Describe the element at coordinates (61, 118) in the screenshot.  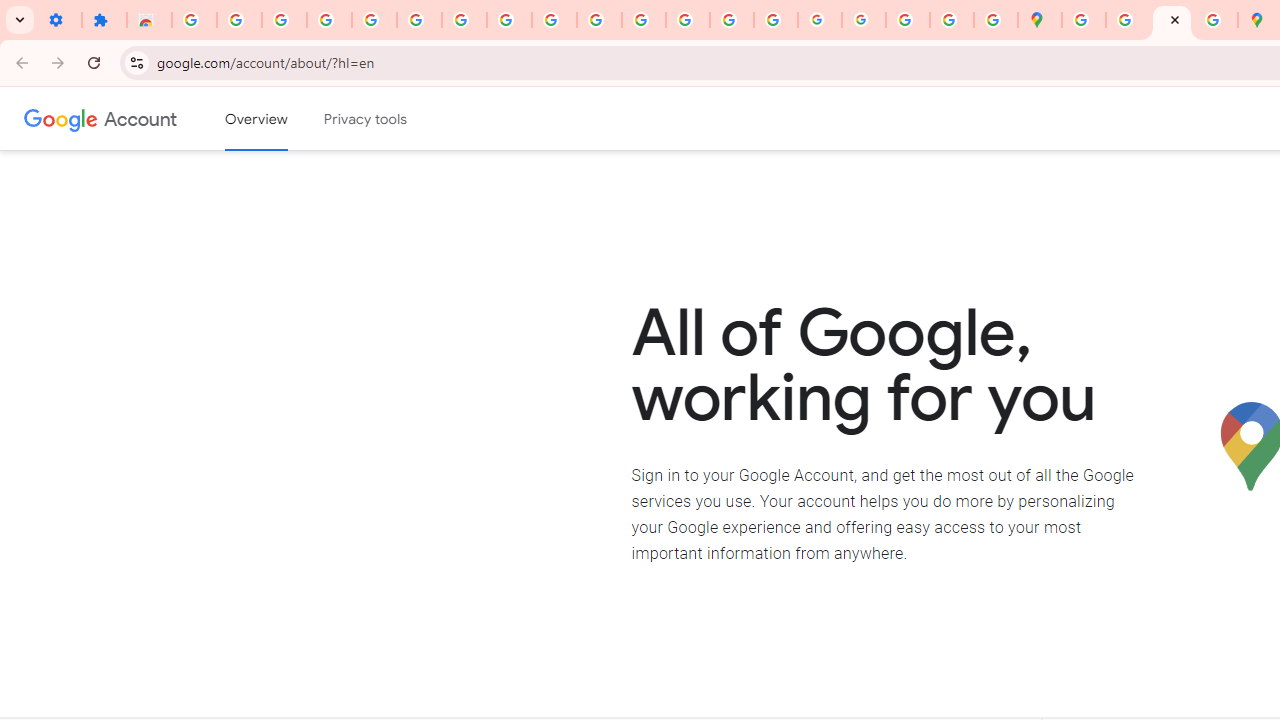
I see `'Google logo'` at that location.